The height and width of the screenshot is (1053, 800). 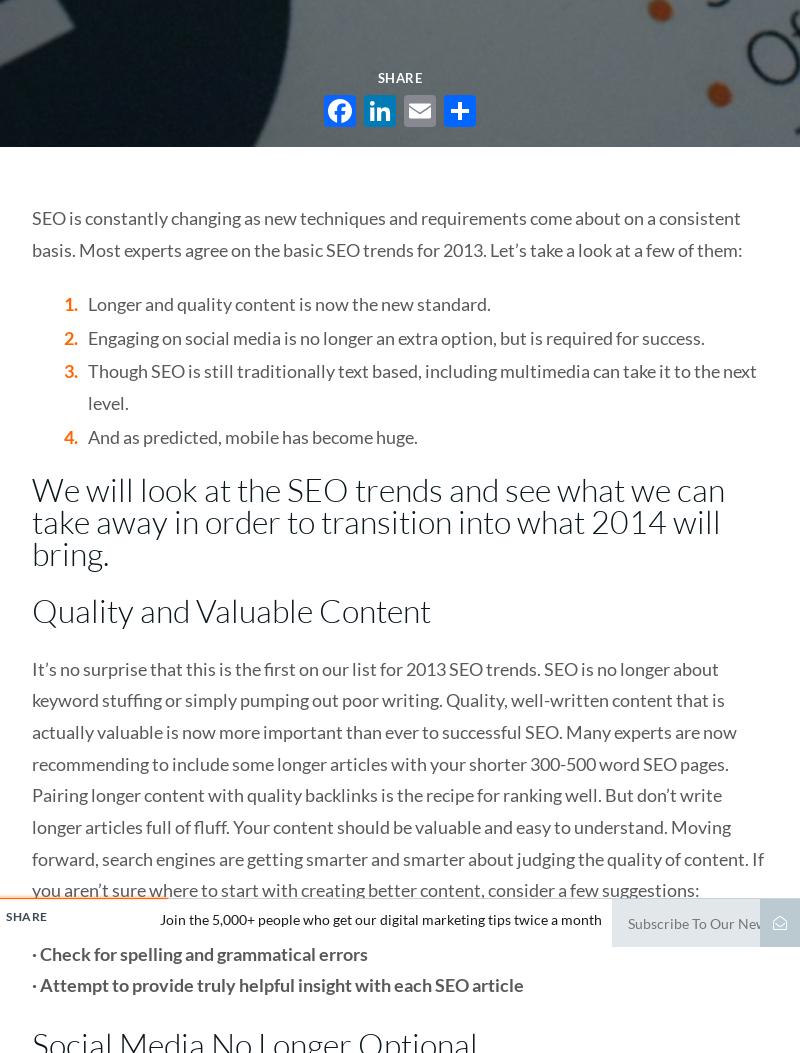 I want to click on 'We will look at the SEO trends and see what we can take away in order to transition into what 2014 will bring.', so click(x=377, y=521).